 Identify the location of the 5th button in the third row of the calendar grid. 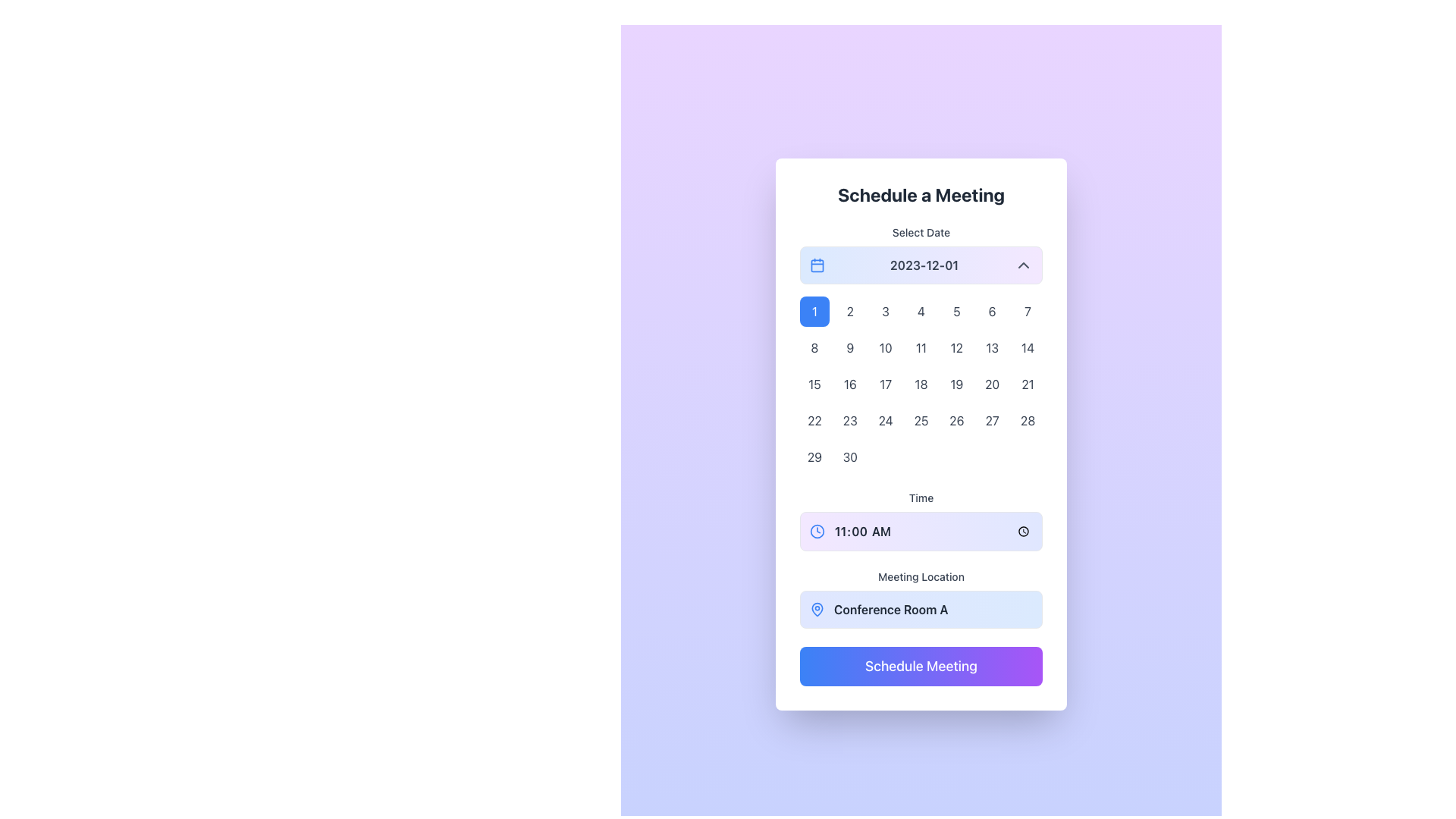
(955, 348).